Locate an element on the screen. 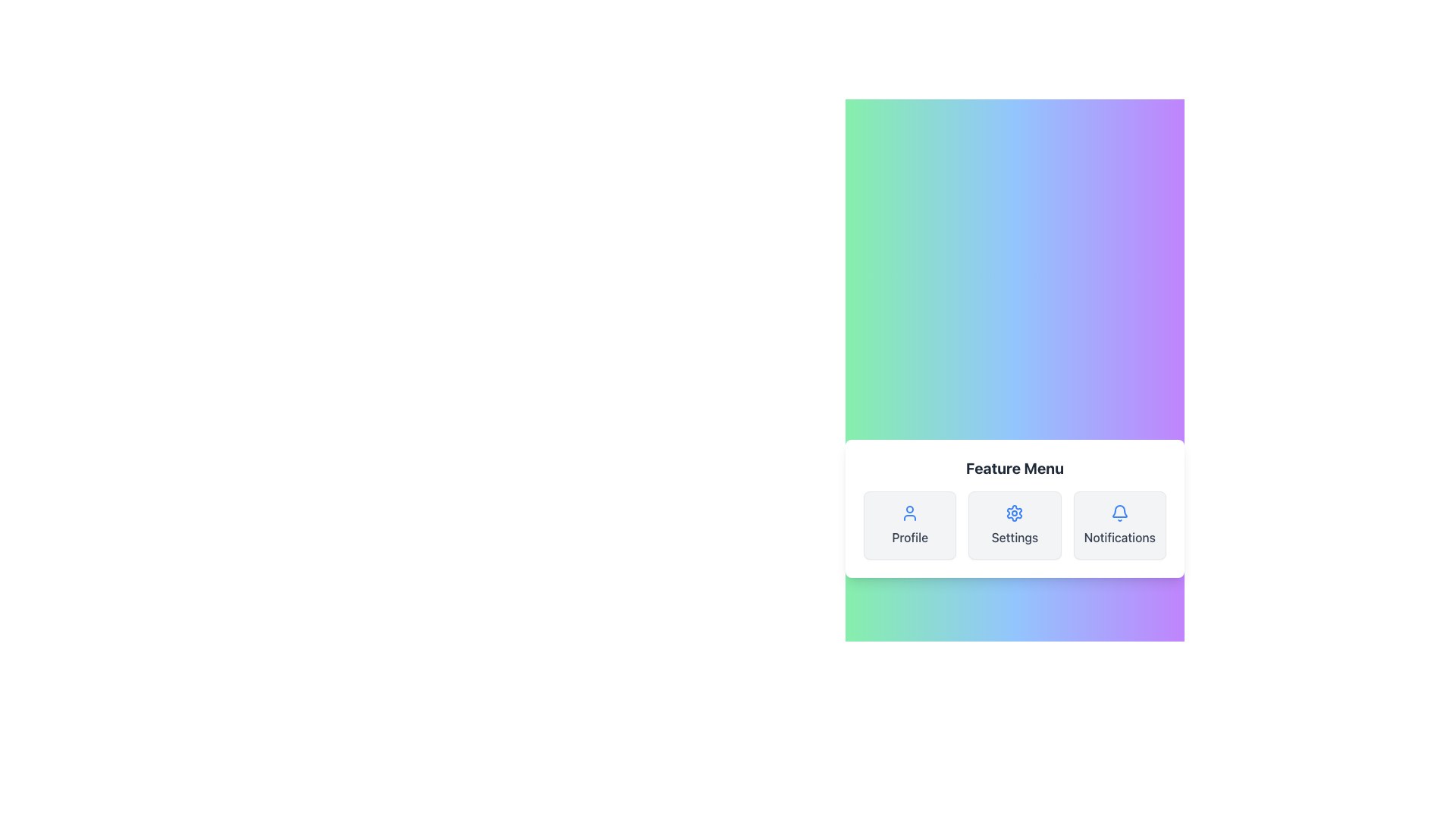 The width and height of the screenshot is (1456, 819). the central button in the Feature Menu grid, which contains the 'Settings' option with a blue icon and medium-gray text is located at coordinates (1015, 525).